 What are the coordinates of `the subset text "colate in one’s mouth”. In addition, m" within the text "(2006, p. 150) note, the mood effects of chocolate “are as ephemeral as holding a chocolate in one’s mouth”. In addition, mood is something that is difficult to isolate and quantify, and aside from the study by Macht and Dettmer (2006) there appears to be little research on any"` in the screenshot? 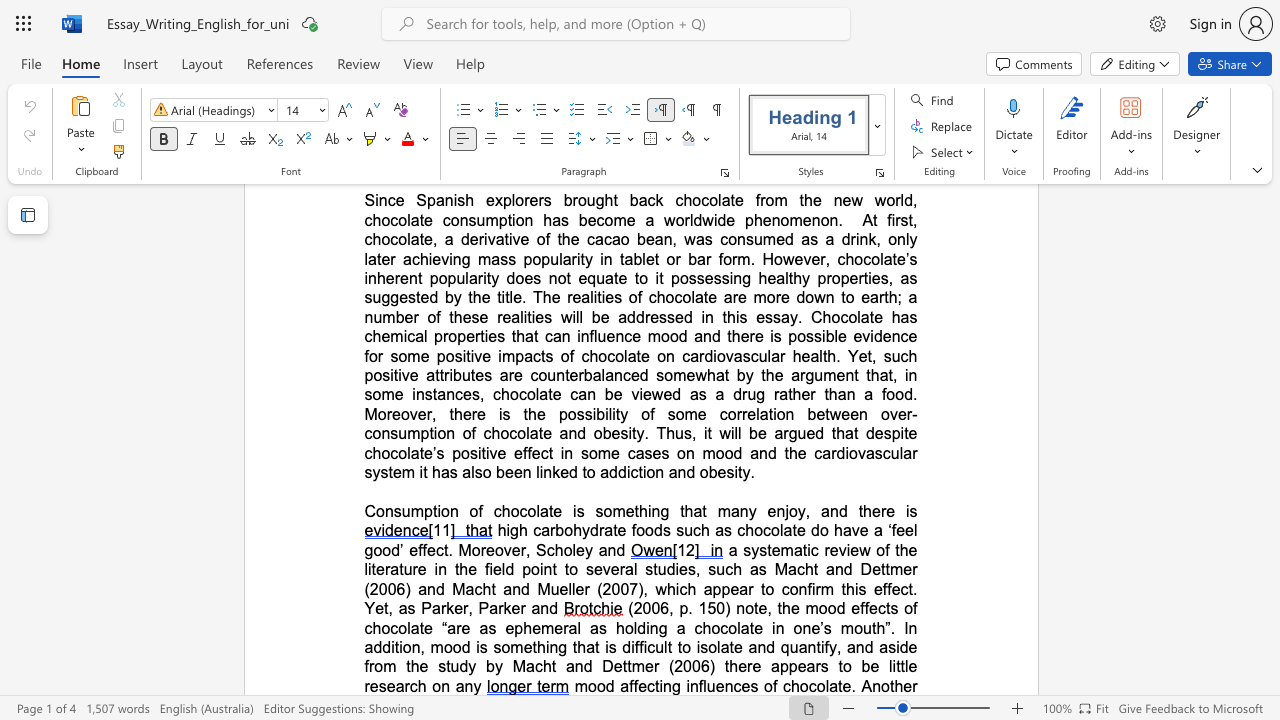 It's located at (720, 627).